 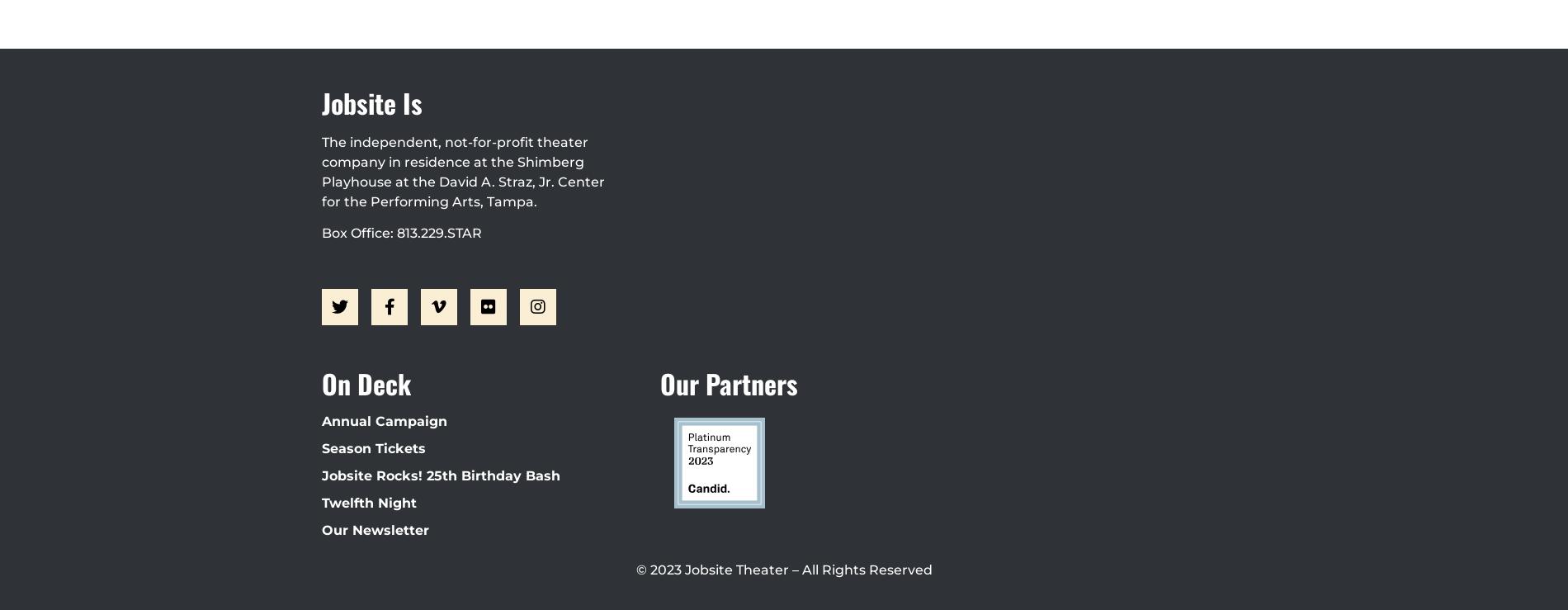 I want to click on 'Box Office: 813.229.STAR', so click(x=321, y=232).